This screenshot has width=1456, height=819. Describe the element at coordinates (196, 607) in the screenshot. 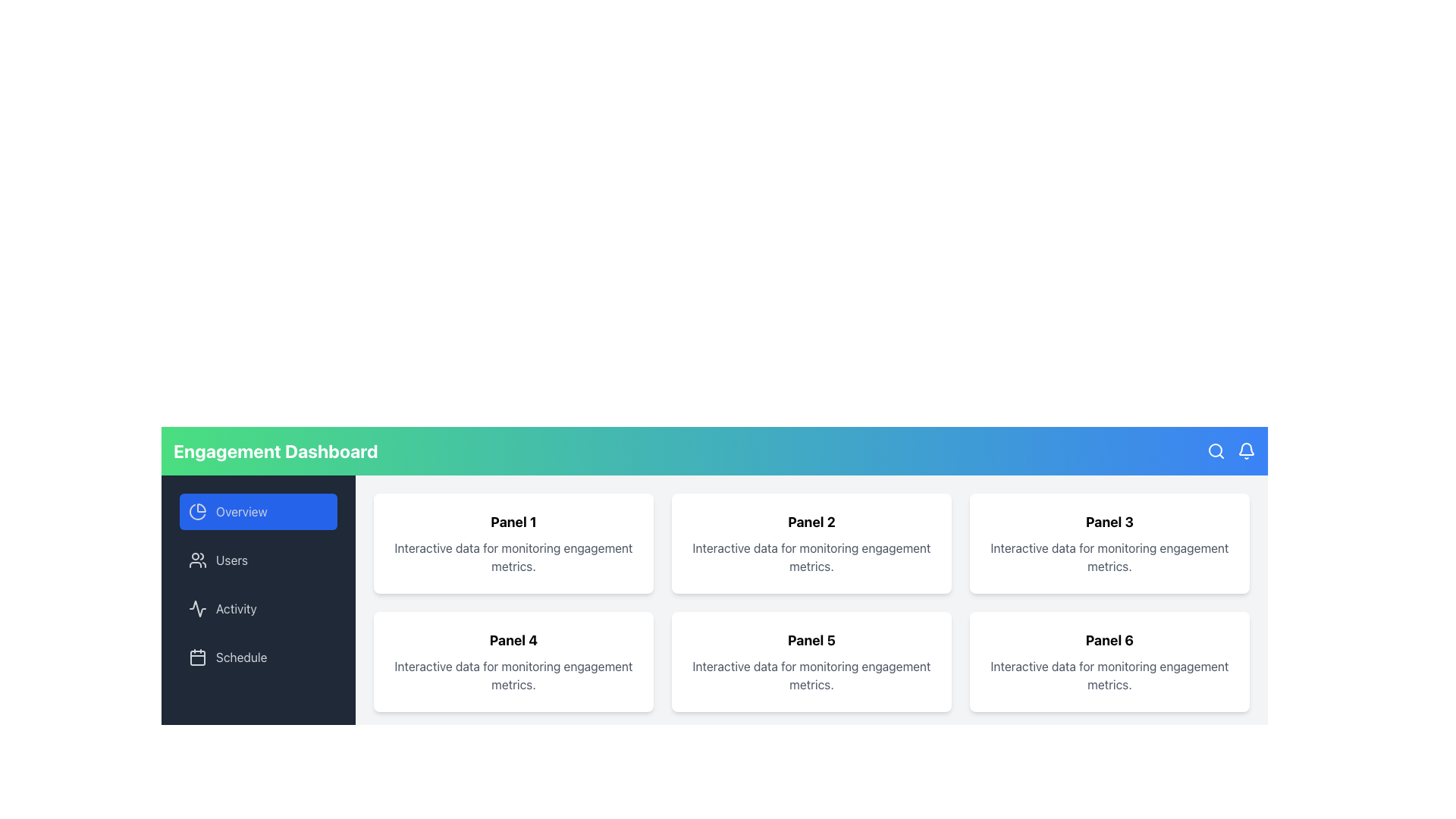

I see `the 'Activity' icon located in the left side navigation bar` at that location.